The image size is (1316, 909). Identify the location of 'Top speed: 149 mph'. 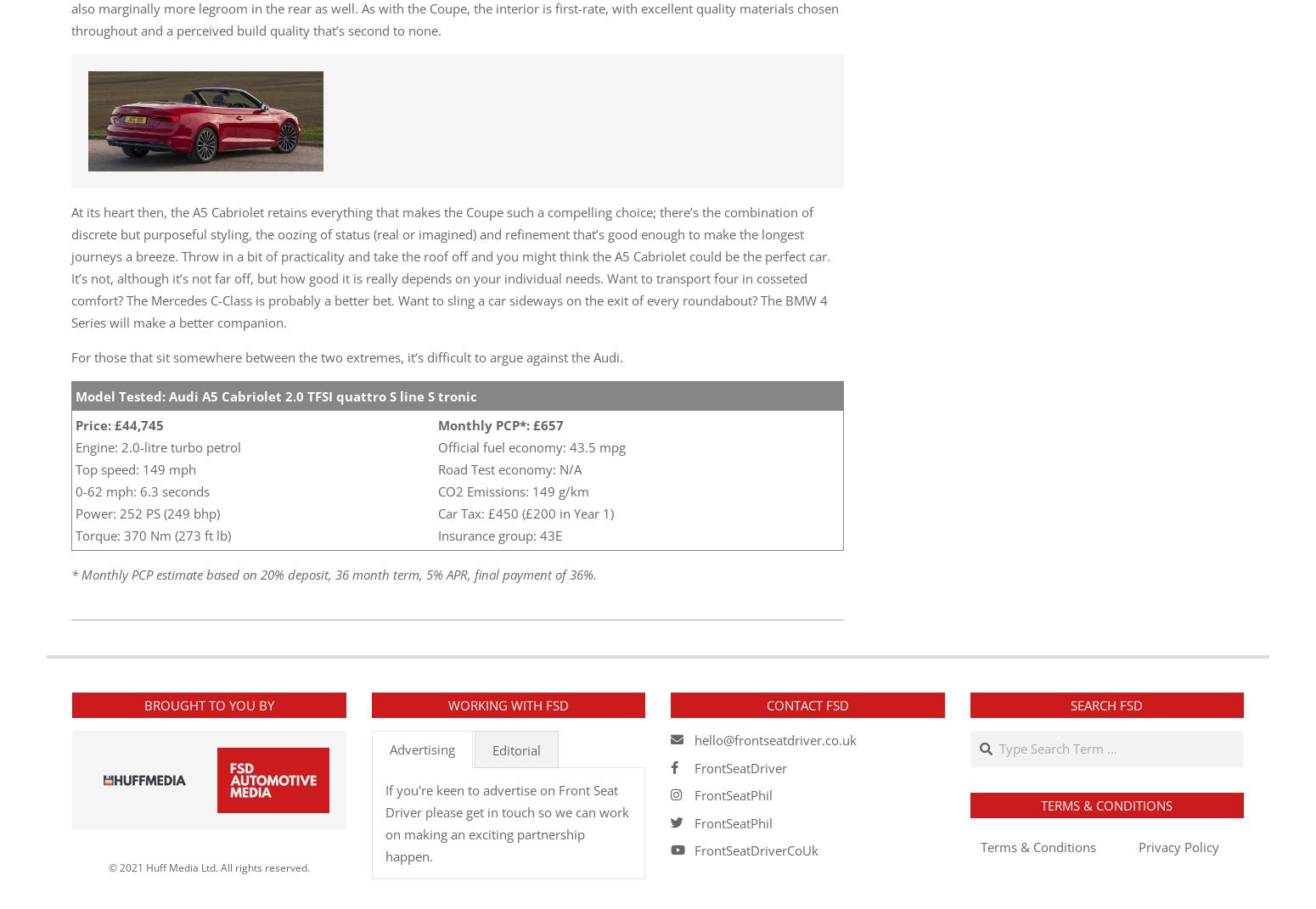
(134, 469).